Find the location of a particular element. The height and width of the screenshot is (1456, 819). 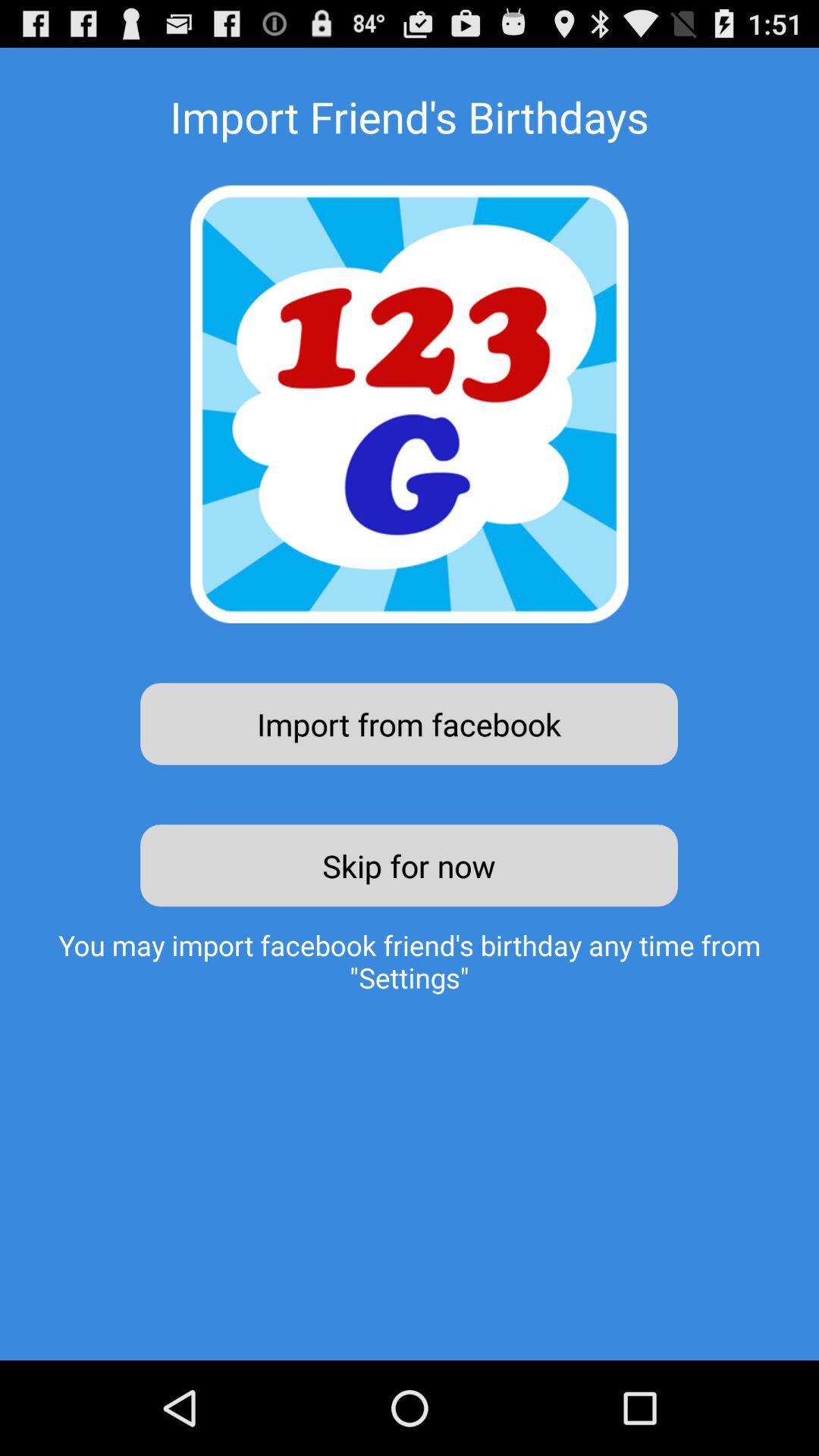

the item above the you may import item is located at coordinates (408, 865).